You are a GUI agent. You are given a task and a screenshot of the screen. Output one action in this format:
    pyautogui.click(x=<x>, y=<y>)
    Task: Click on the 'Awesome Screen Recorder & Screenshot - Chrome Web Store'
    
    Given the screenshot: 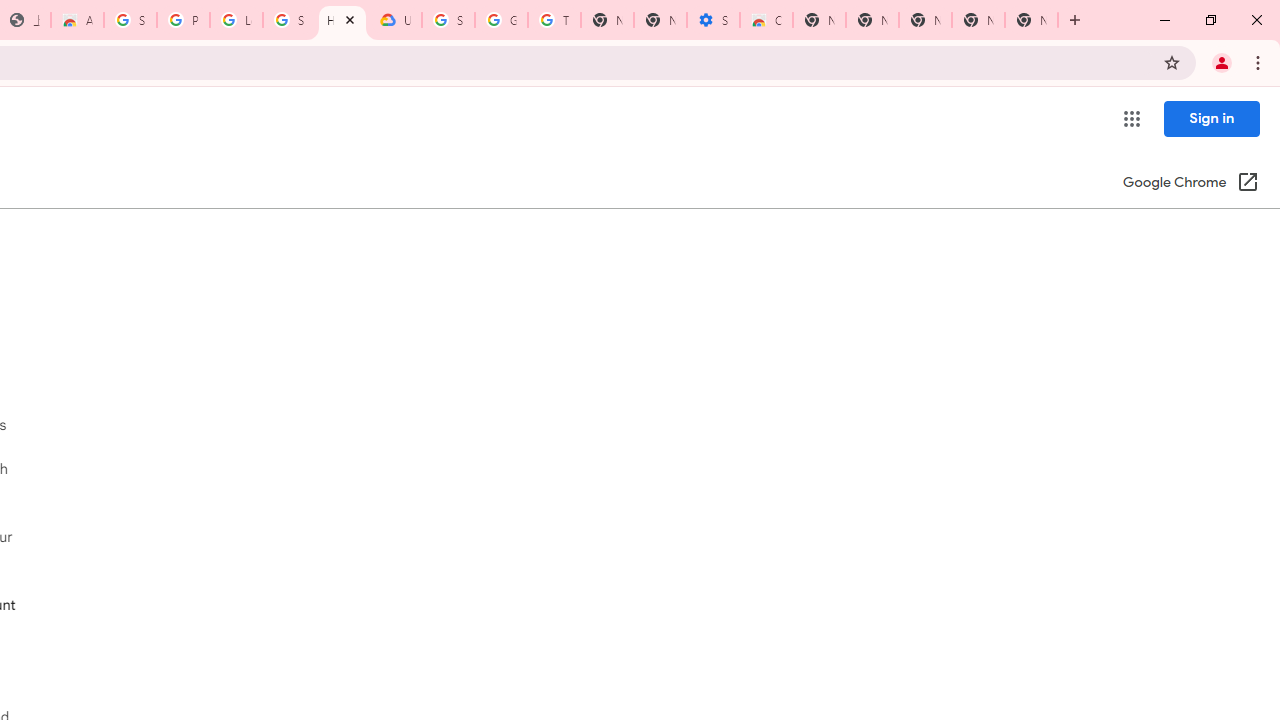 What is the action you would take?
    pyautogui.click(x=77, y=20)
    